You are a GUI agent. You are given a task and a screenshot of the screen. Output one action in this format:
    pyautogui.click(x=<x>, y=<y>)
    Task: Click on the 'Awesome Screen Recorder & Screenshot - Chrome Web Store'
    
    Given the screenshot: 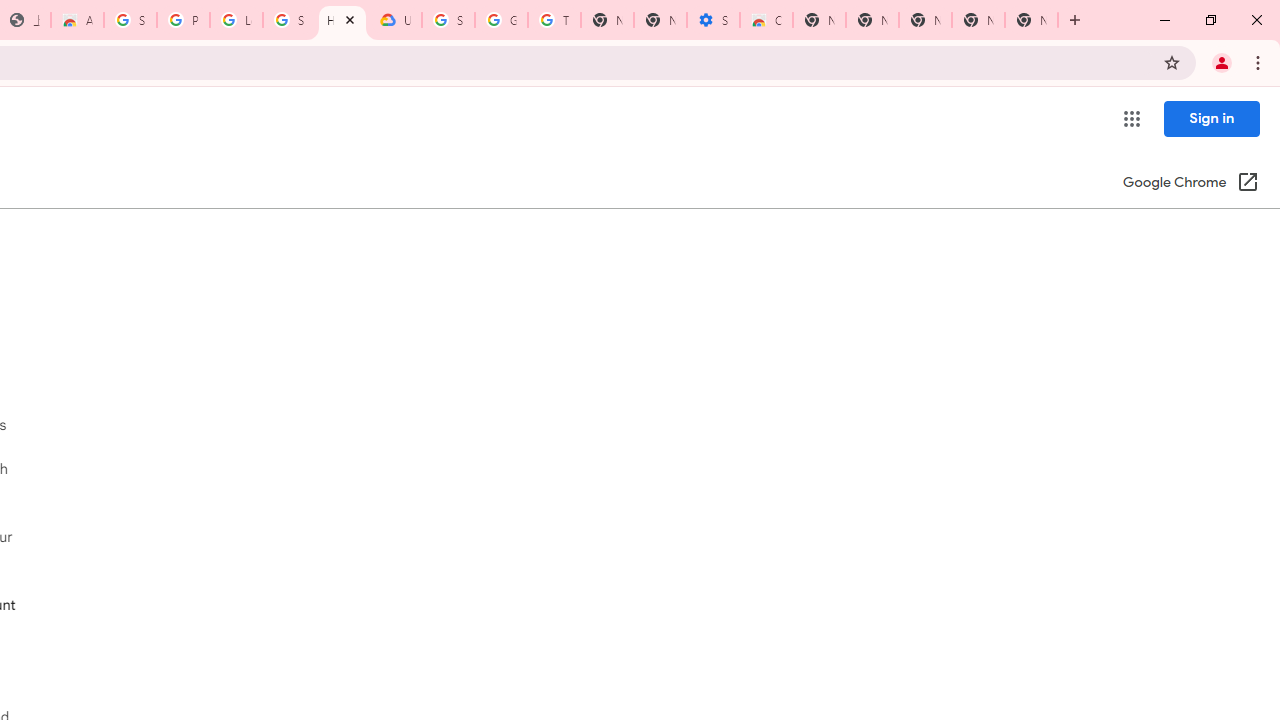 What is the action you would take?
    pyautogui.click(x=77, y=20)
    